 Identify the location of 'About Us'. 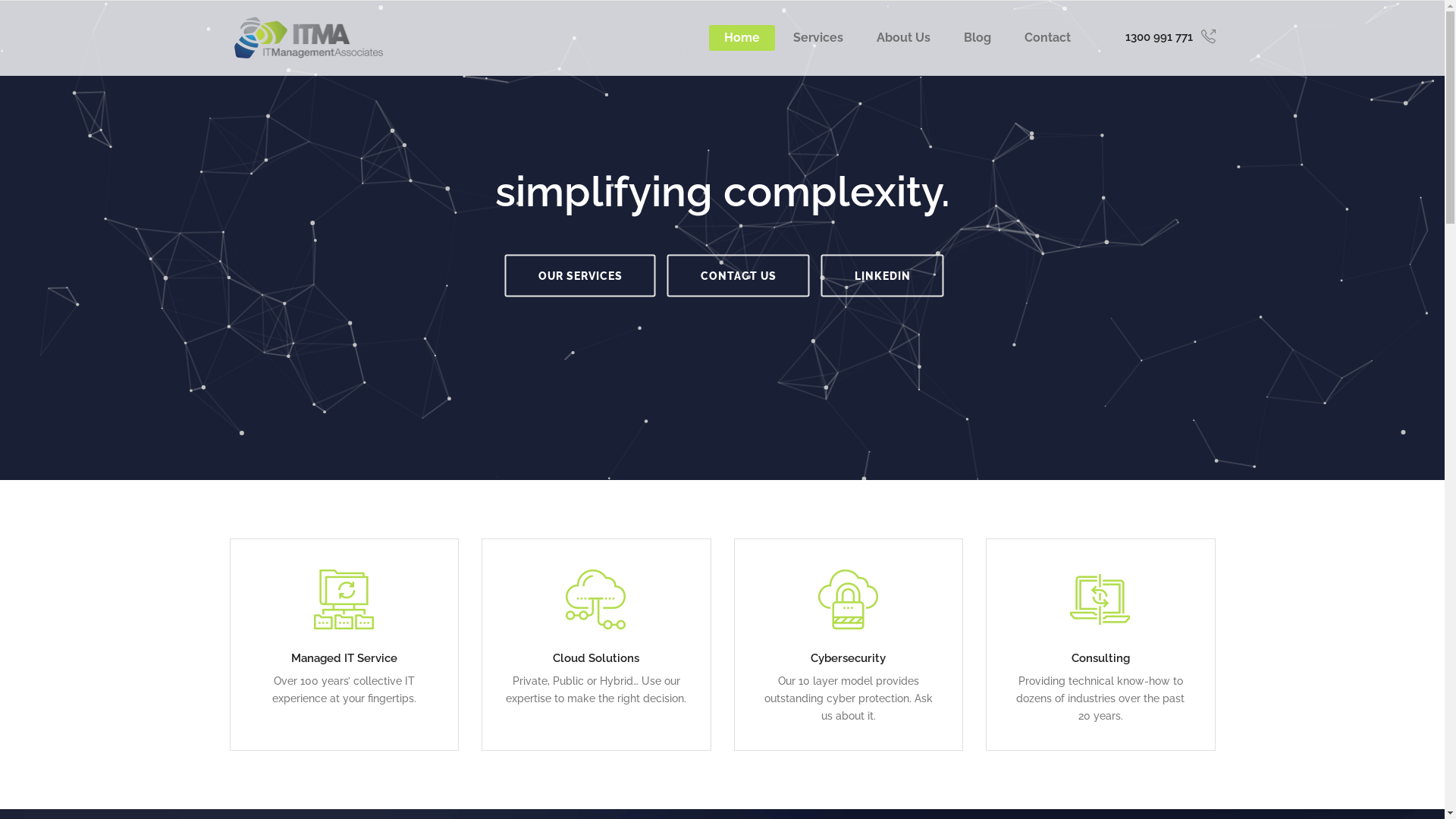
(903, 37).